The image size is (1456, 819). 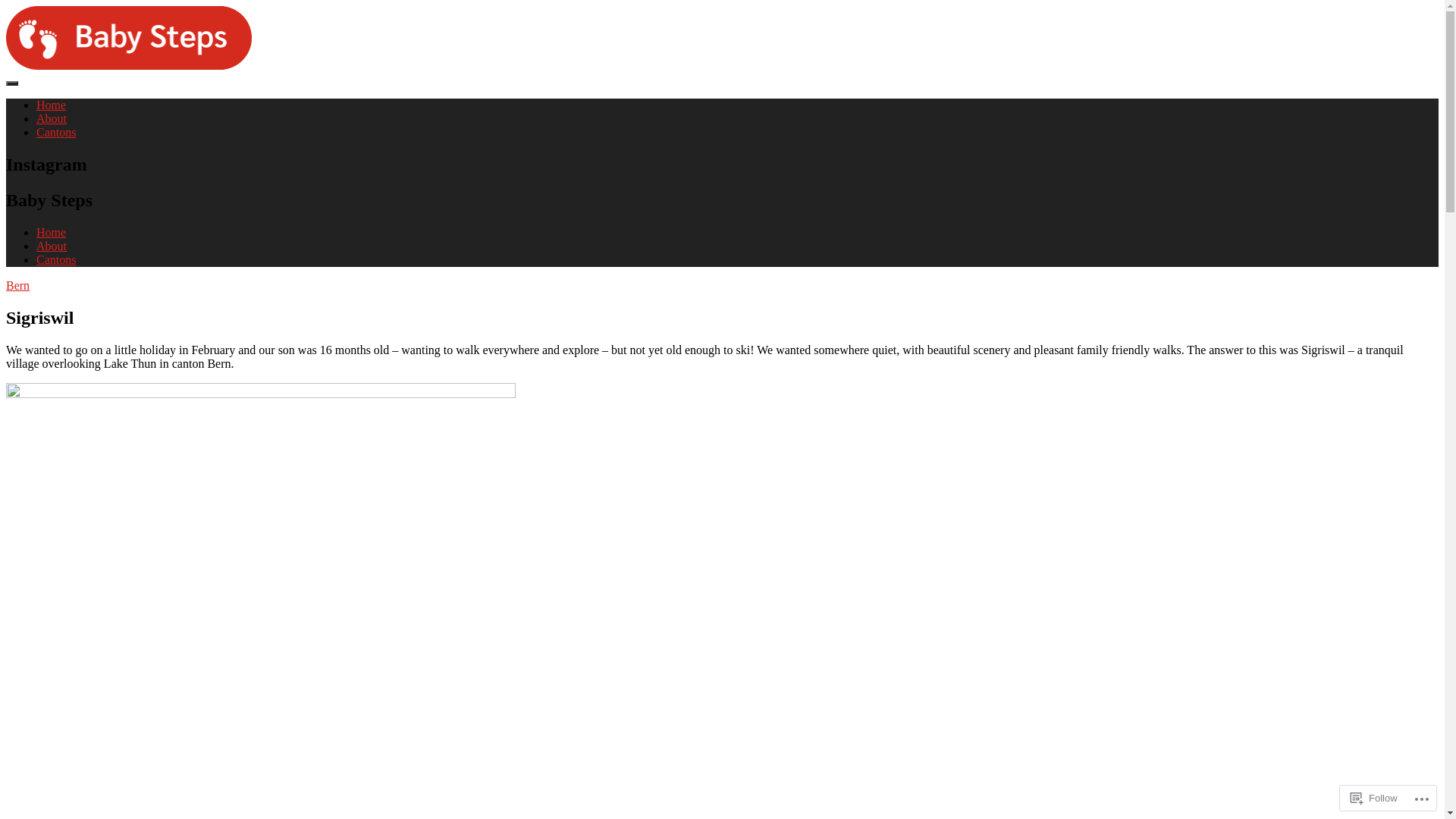 What do you see at coordinates (6, 285) in the screenshot?
I see `'Bern'` at bounding box center [6, 285].